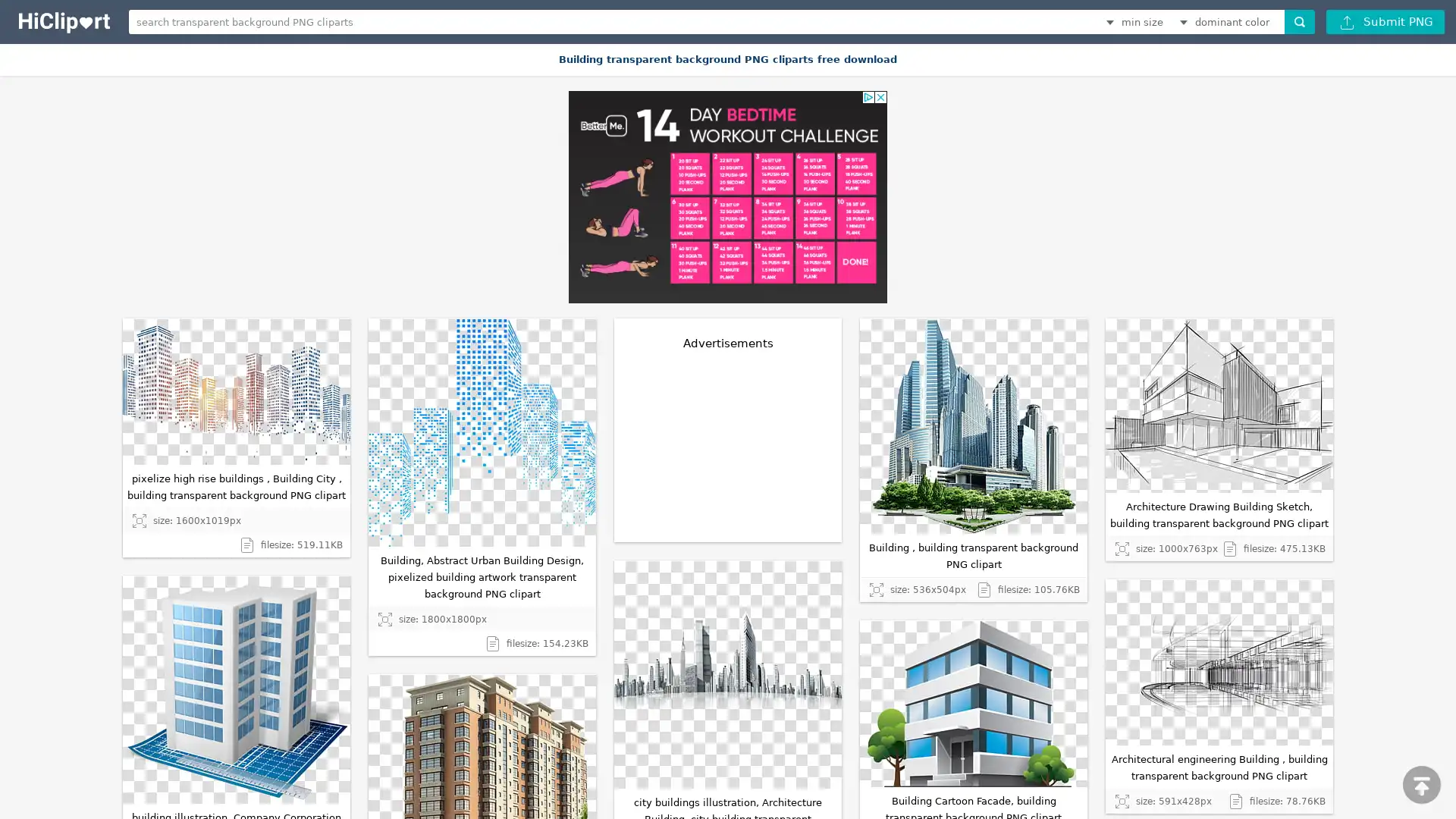 This screenshot has height=819, width=1456. I want to click on scroll to top, so click(1421, 784).